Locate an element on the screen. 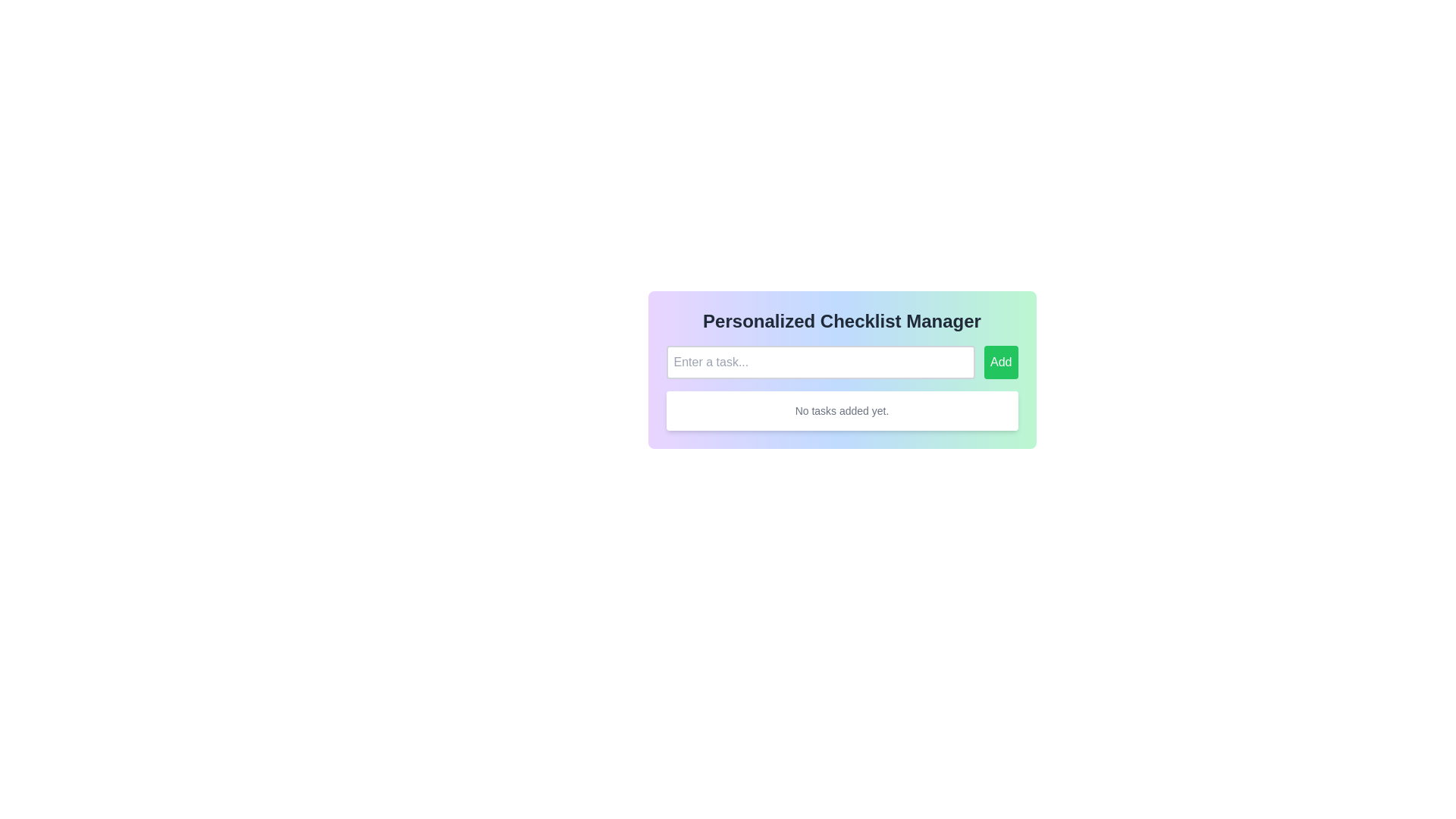 Image resolution: width=1456 pixels, height=819 pixels. the submit button located to the right of the input field in the Personalized Checklist Manager is located at coordinates (1001, 362).